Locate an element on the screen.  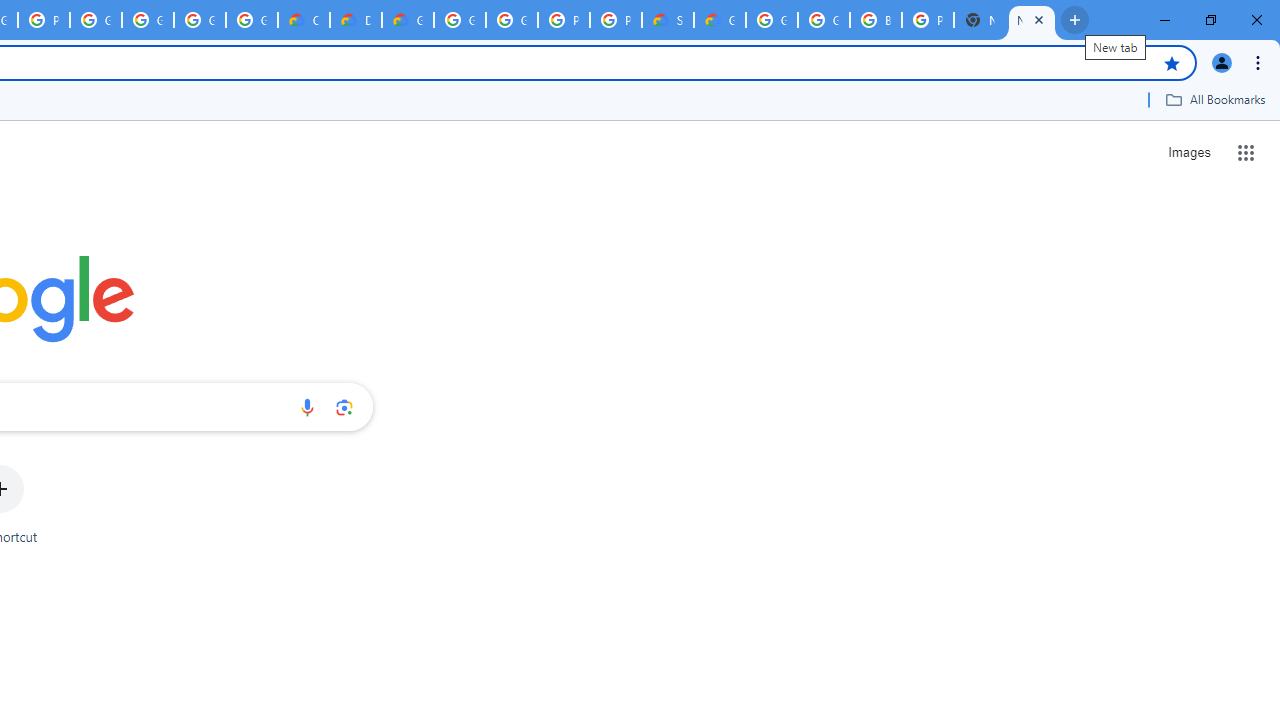
'All Bookmarks' is located at coordinates (1214, 99).